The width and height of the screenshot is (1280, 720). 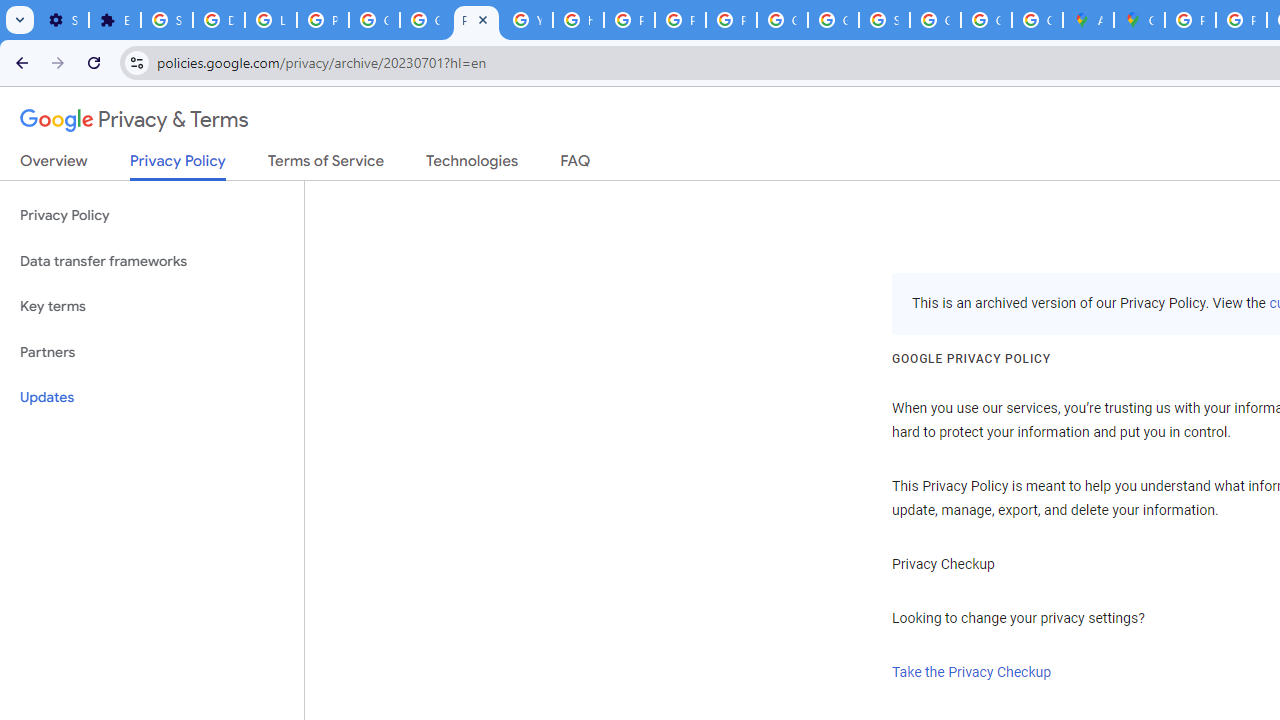 I want to click on 'Sign in - Google Accounts', so click(x=167, y=20).